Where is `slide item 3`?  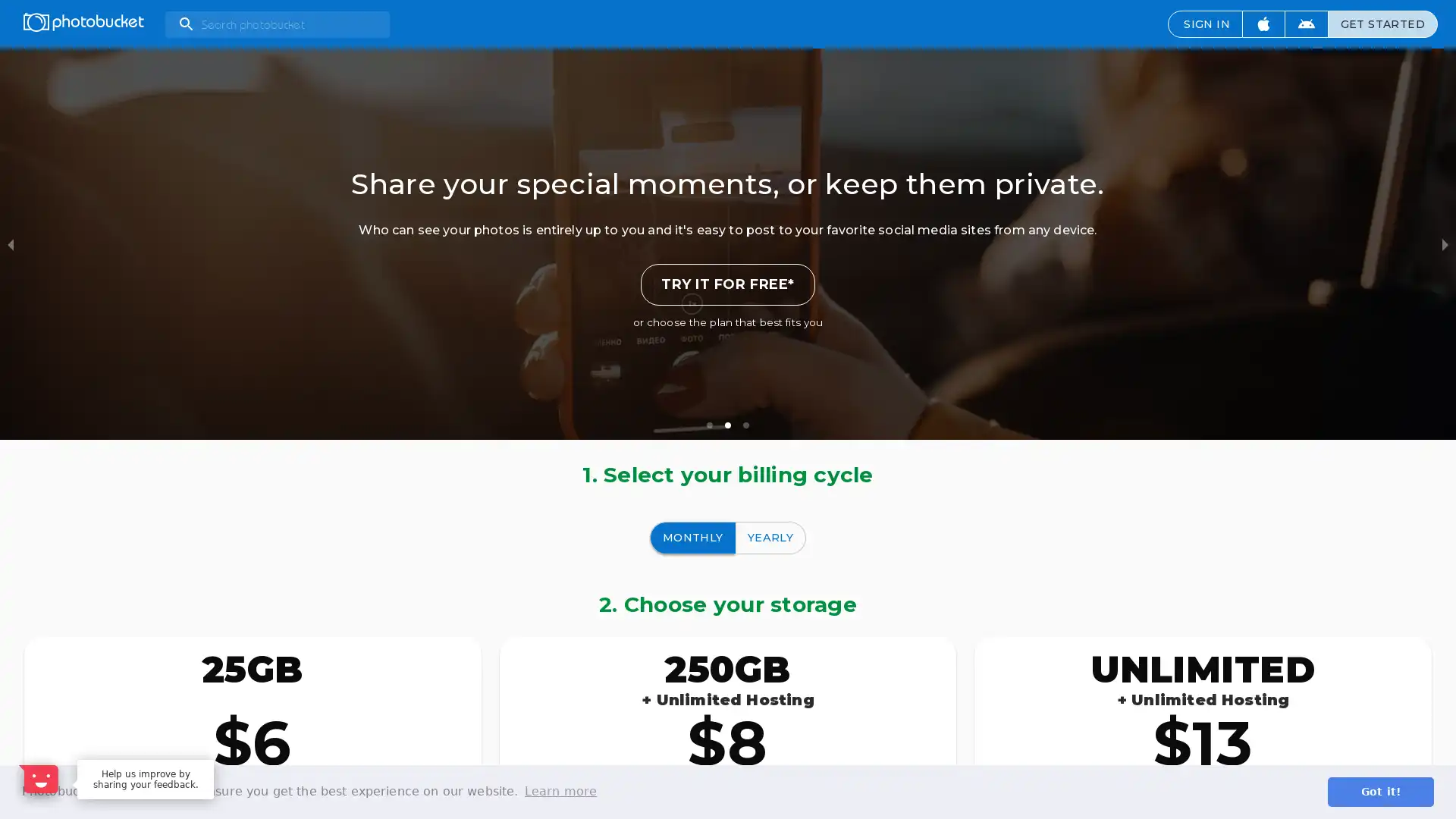 slide item 3 is located at coordinates (745, 424).